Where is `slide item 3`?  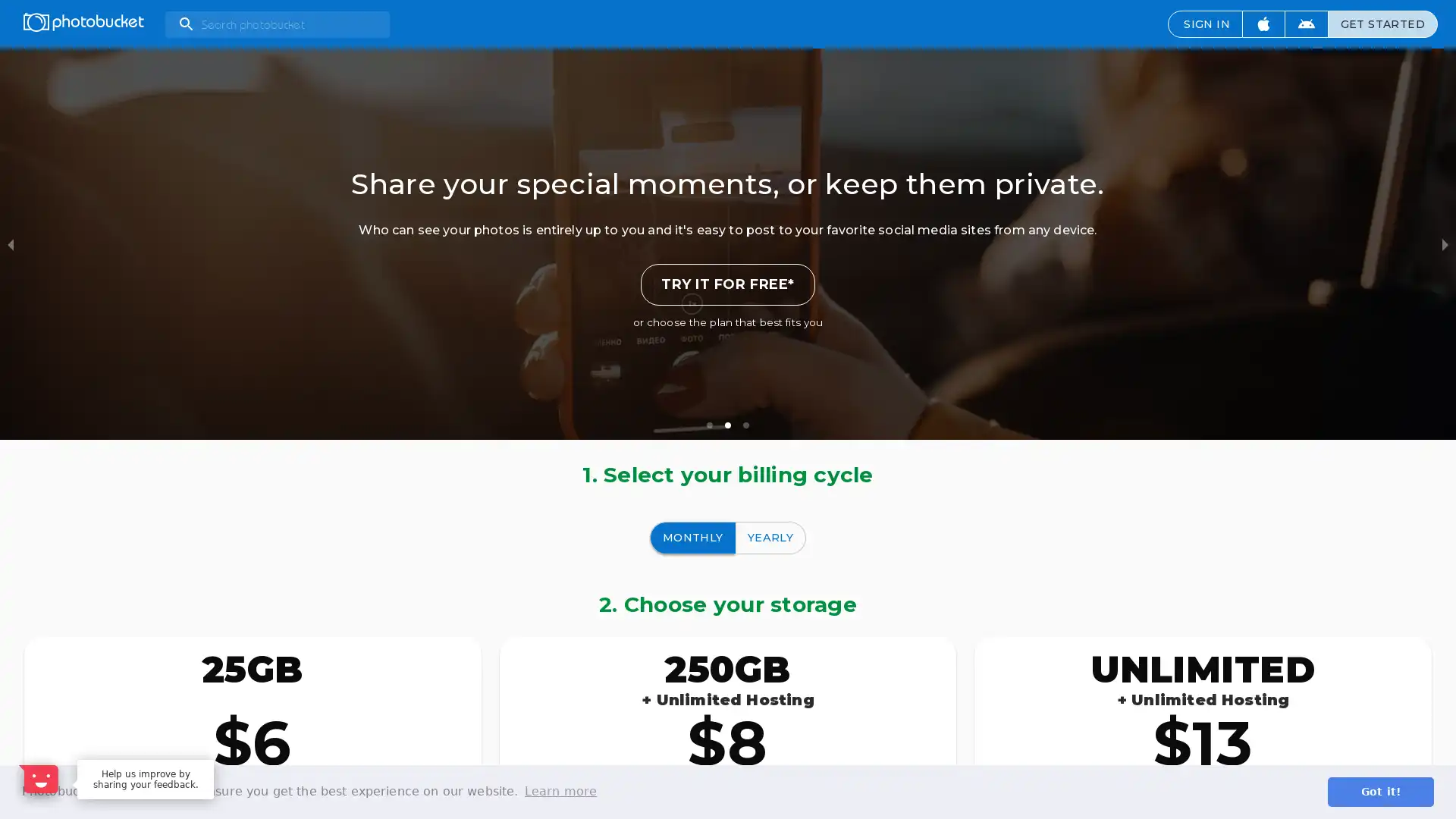 slide item 3 is located at coordinates (745, 424).